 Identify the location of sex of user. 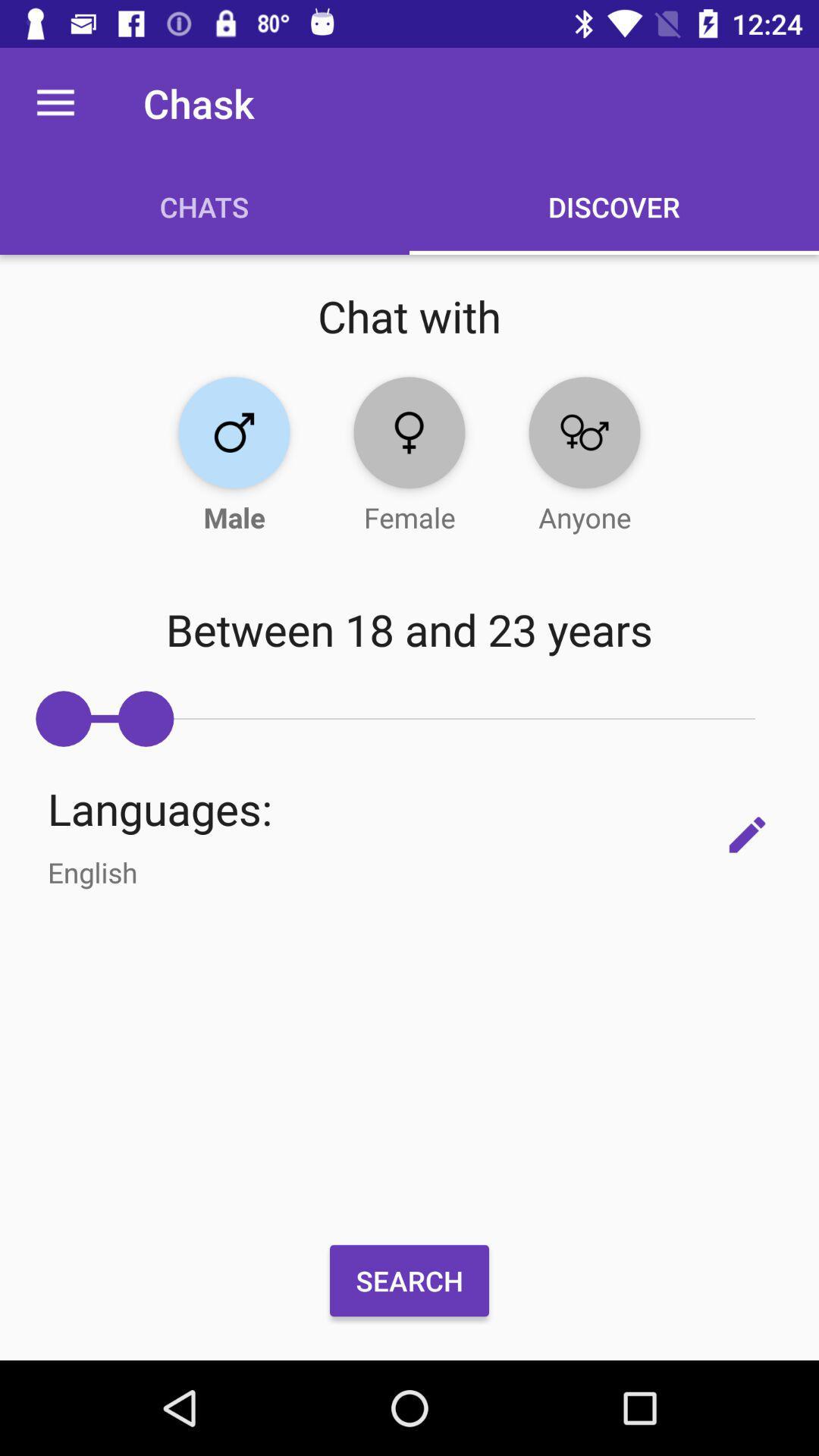
(234, 431).